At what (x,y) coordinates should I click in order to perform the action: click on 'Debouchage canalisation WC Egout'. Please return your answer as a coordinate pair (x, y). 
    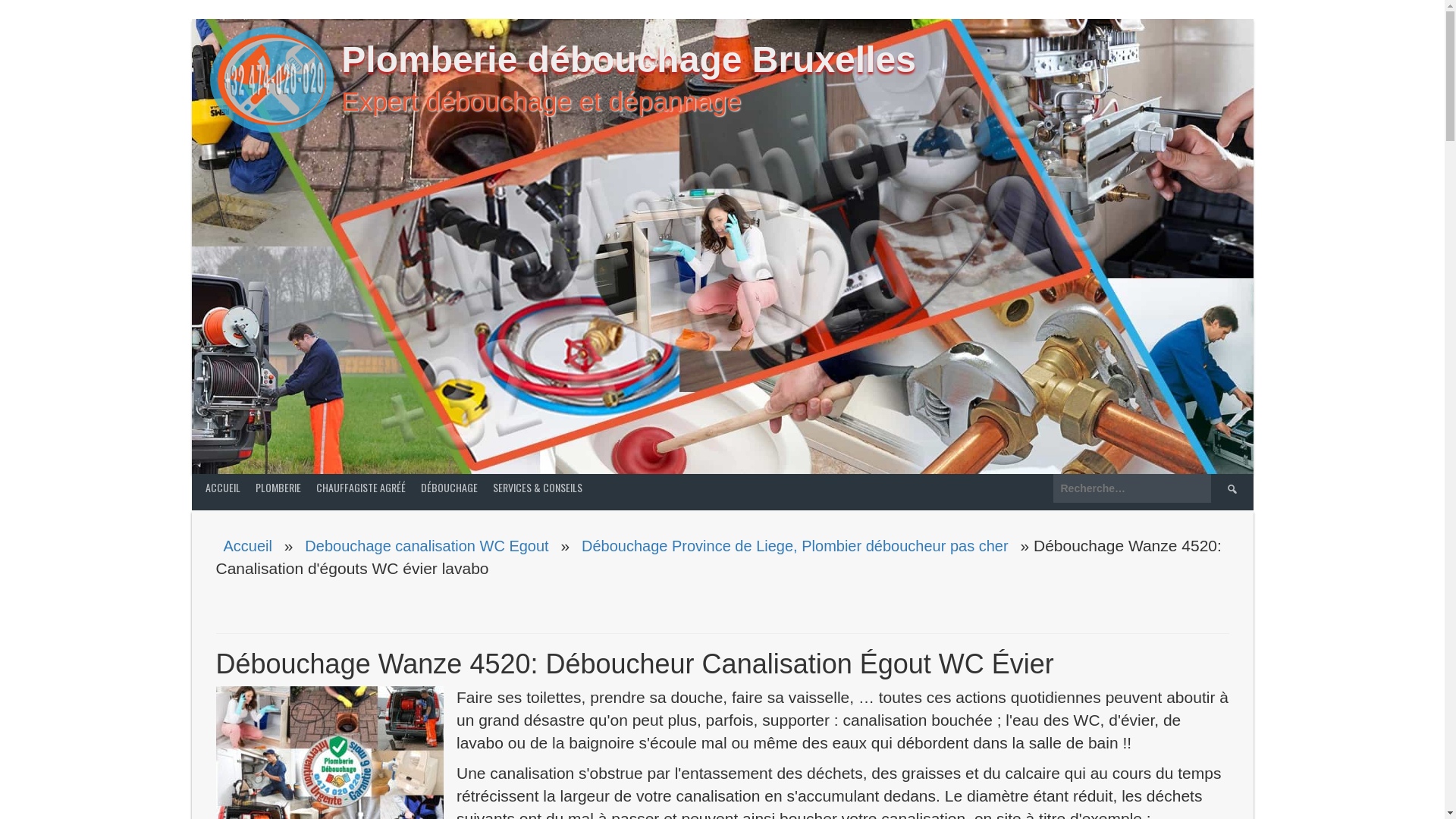
    Looking at the image, I should click on (425, 544).